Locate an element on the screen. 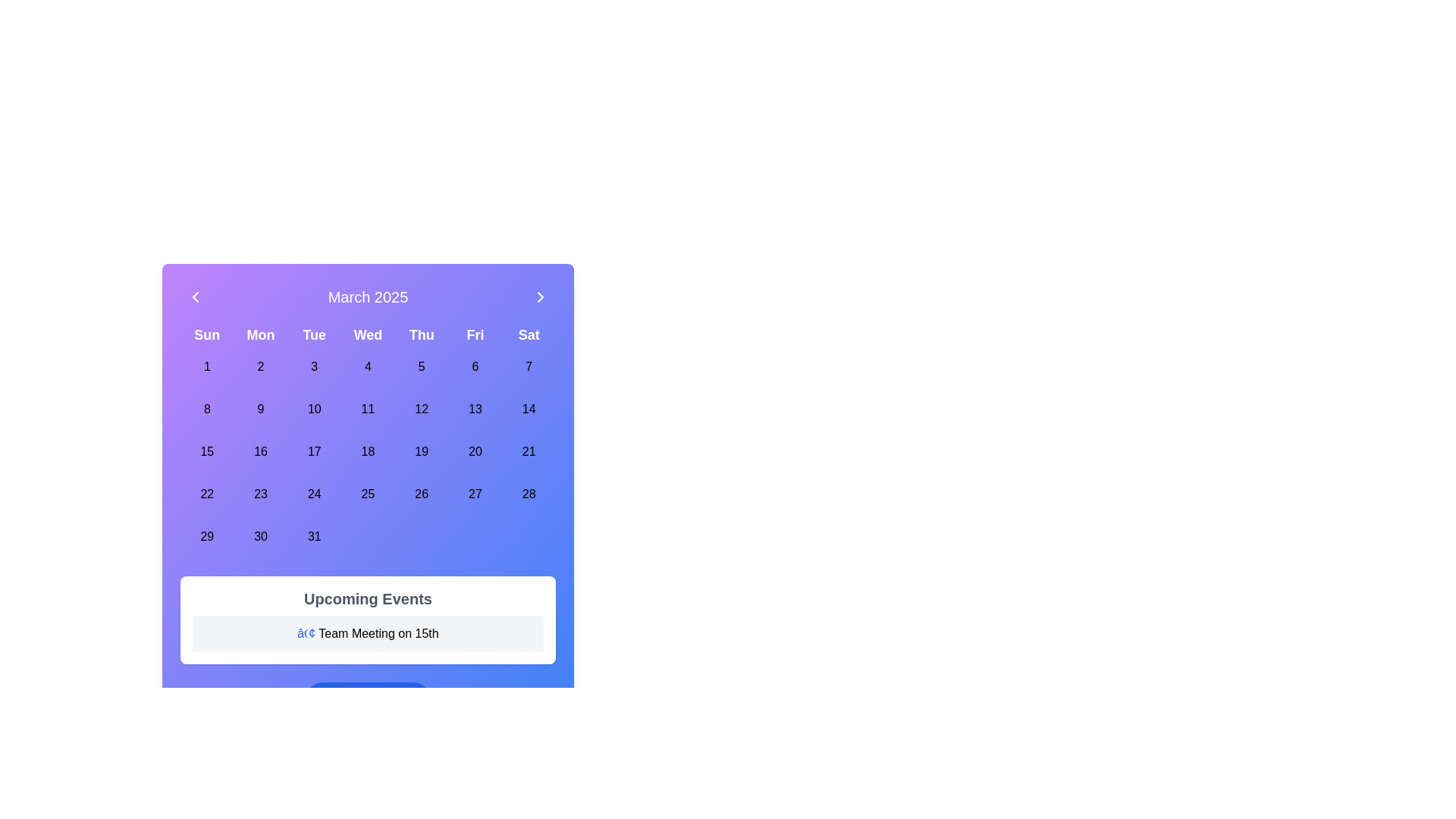  the calendar date '17' located in the fifth row and third column of the calendar grid is located at coordinates (313, 451).